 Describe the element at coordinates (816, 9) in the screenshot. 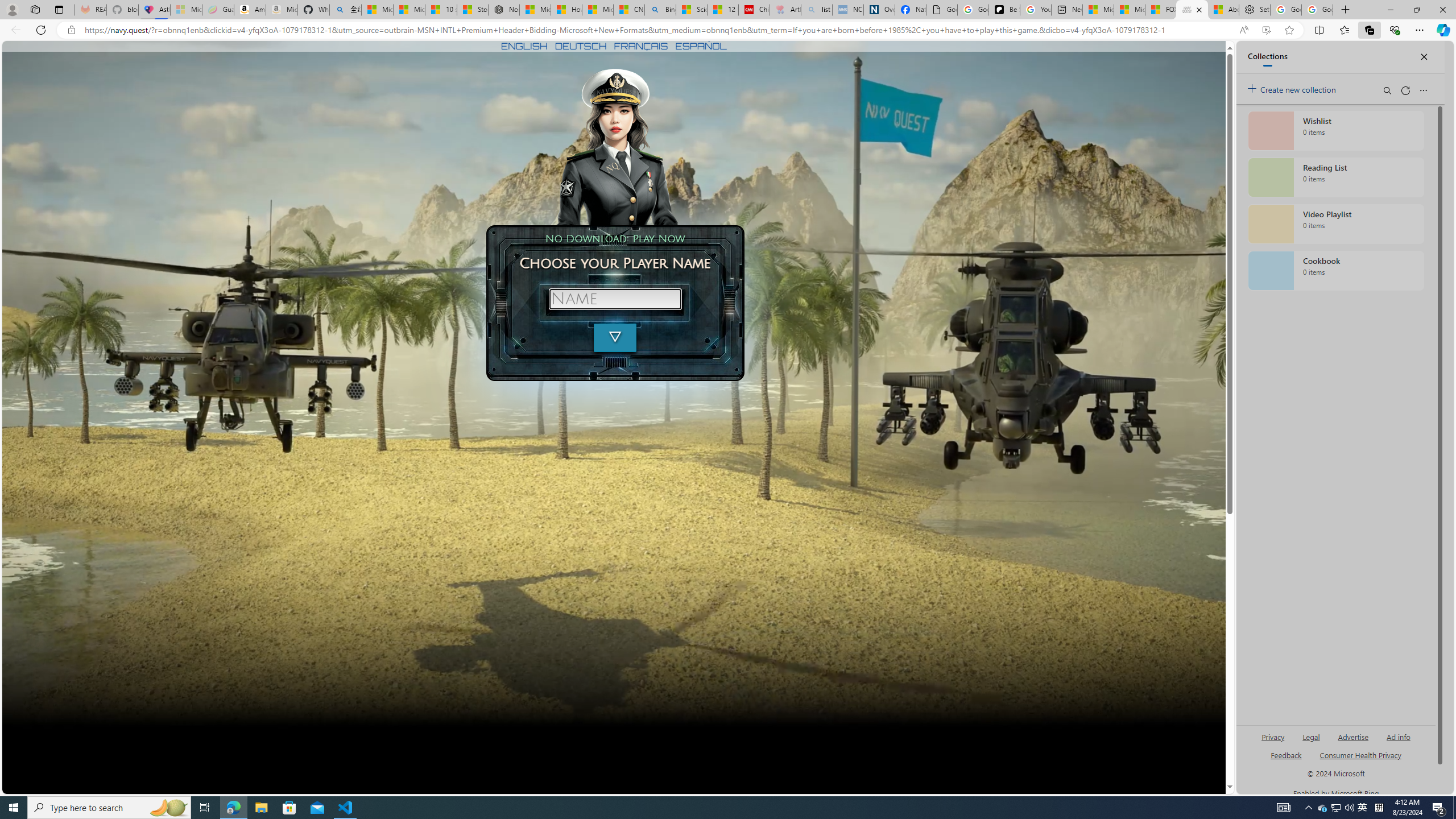

I see `'list of asthma inhalers uk - Search - Sleeping'` at that location.